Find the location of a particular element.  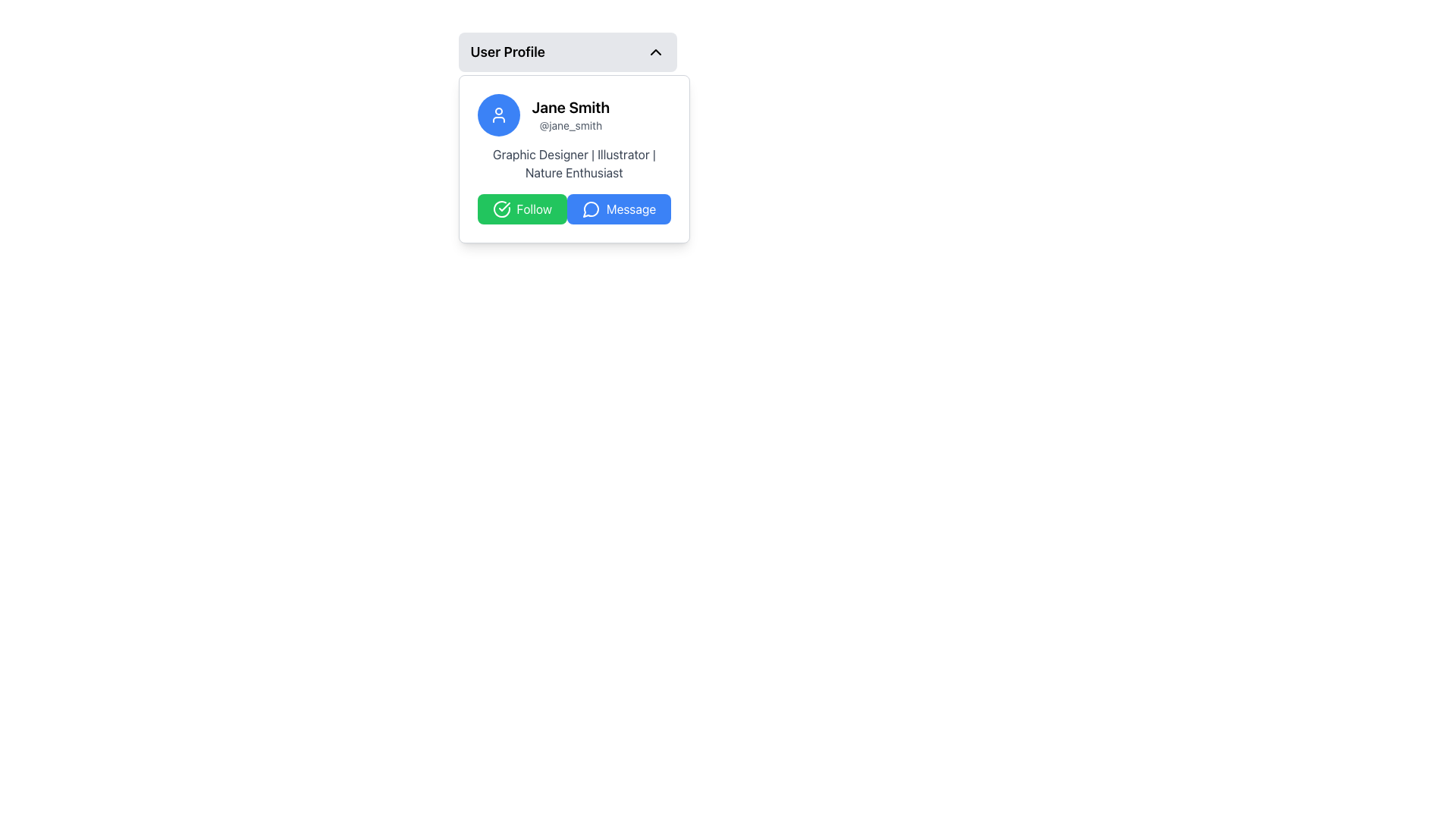

the text label displaying the username '@jane_smith', which is positioned beneath the name 'Jane Smith' in the user profile card is located at coordinates (570, 124).